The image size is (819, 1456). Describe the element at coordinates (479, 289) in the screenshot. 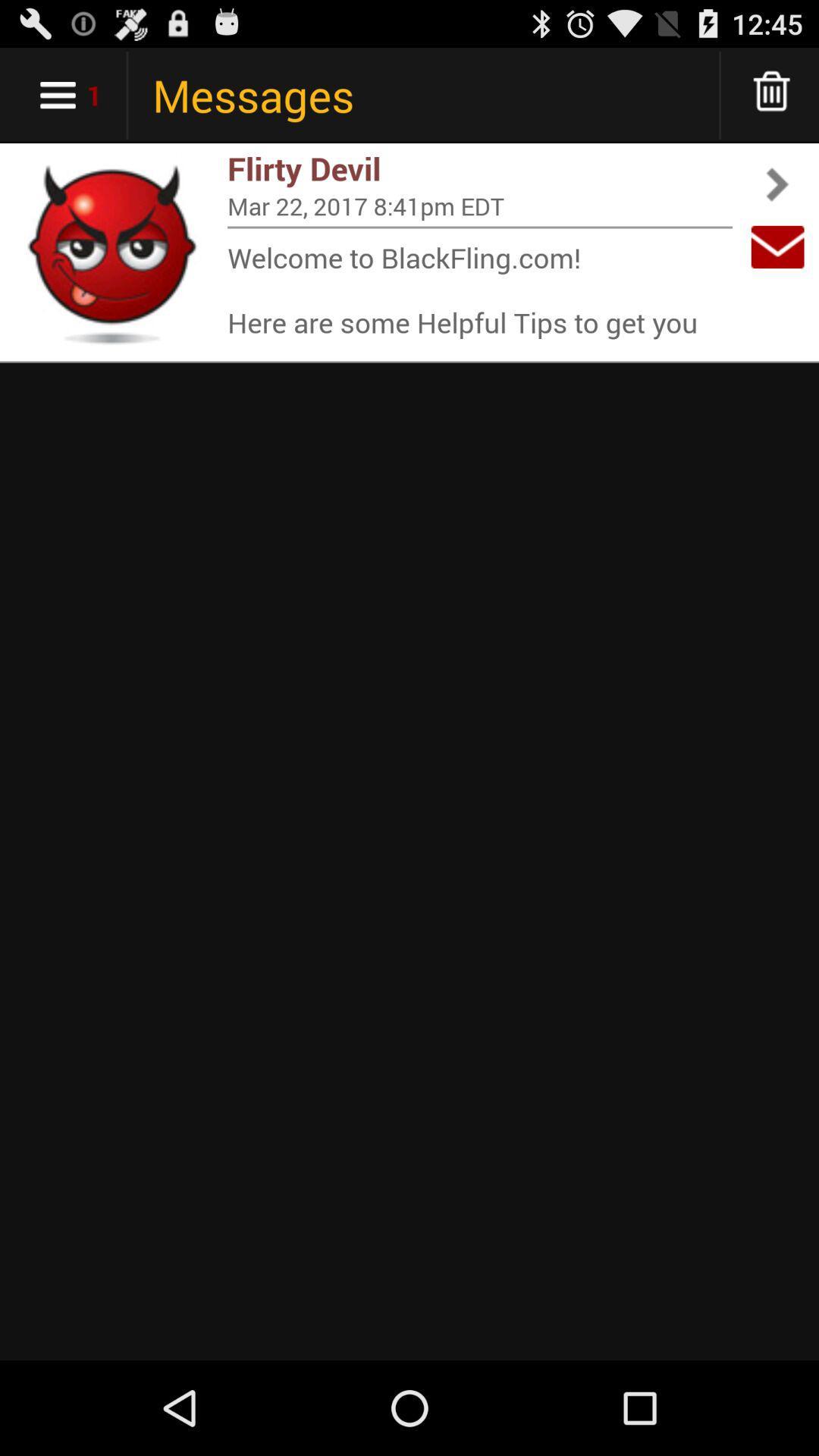

I see `welcome to blackfling item` at that location.